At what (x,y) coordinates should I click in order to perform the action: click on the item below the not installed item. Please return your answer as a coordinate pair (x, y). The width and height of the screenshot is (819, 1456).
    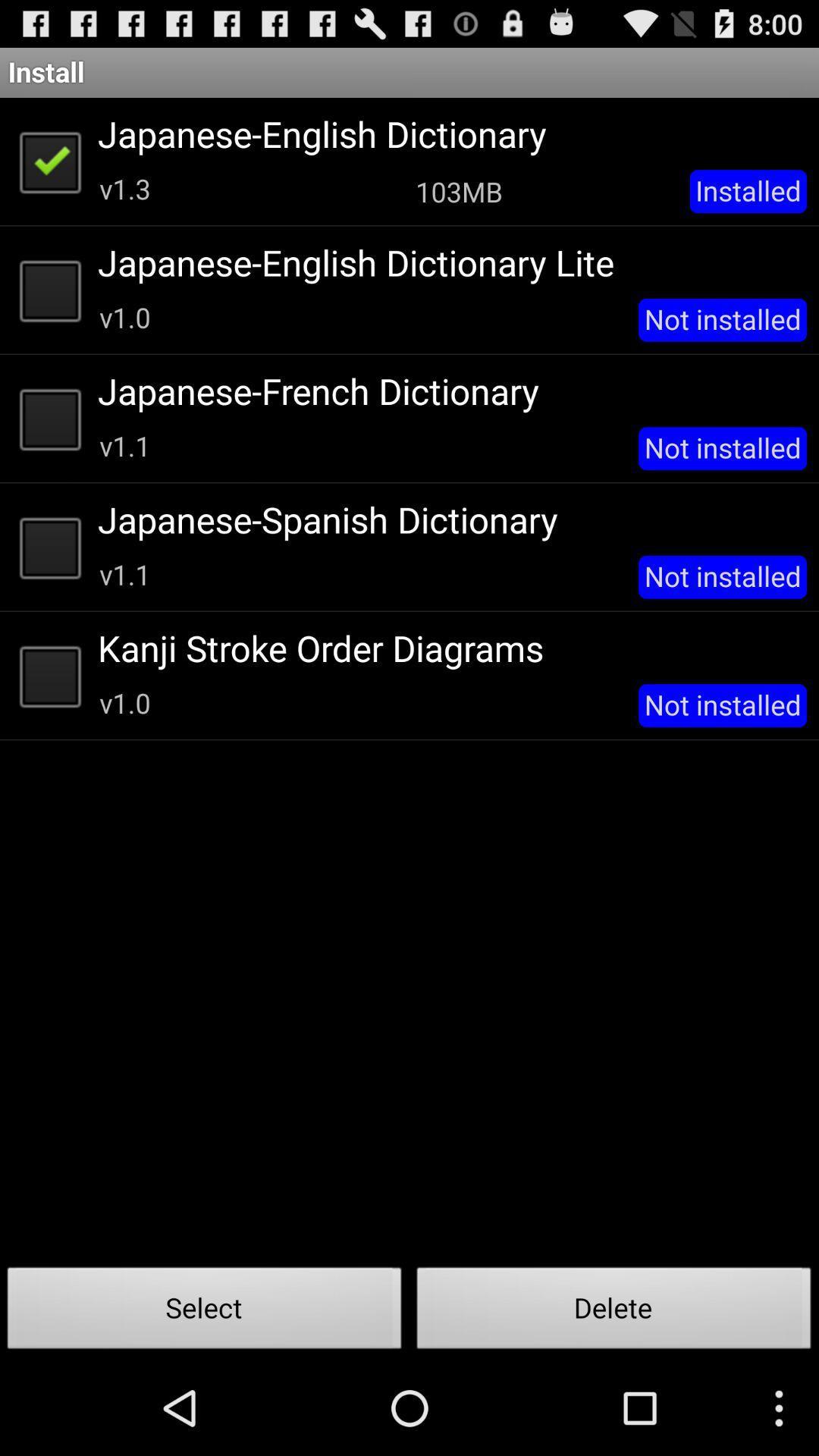
    Looking at the image, I should click on (614, 1312).